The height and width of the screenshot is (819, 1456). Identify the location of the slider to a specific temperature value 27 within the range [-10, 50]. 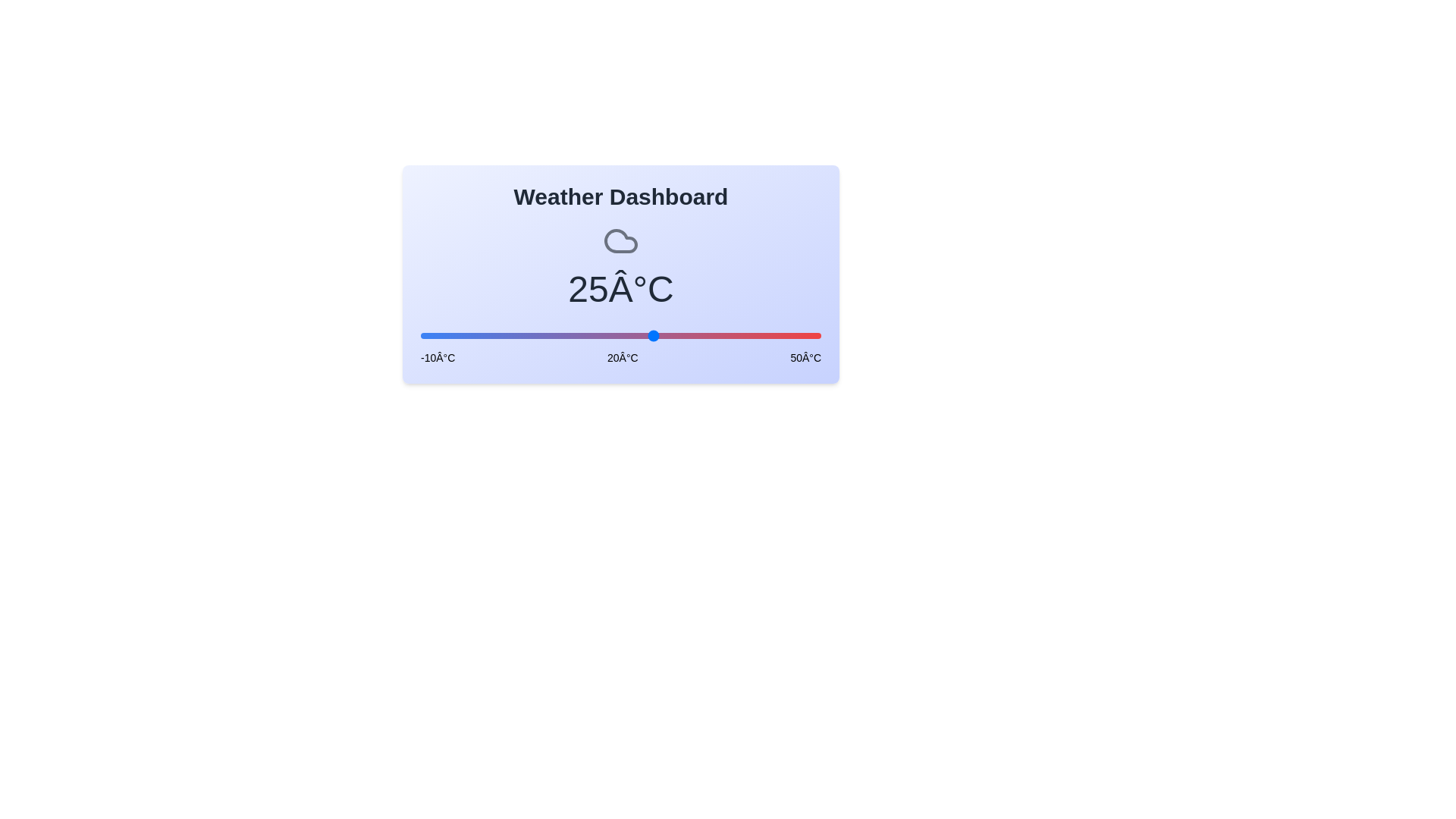
(667, 335).